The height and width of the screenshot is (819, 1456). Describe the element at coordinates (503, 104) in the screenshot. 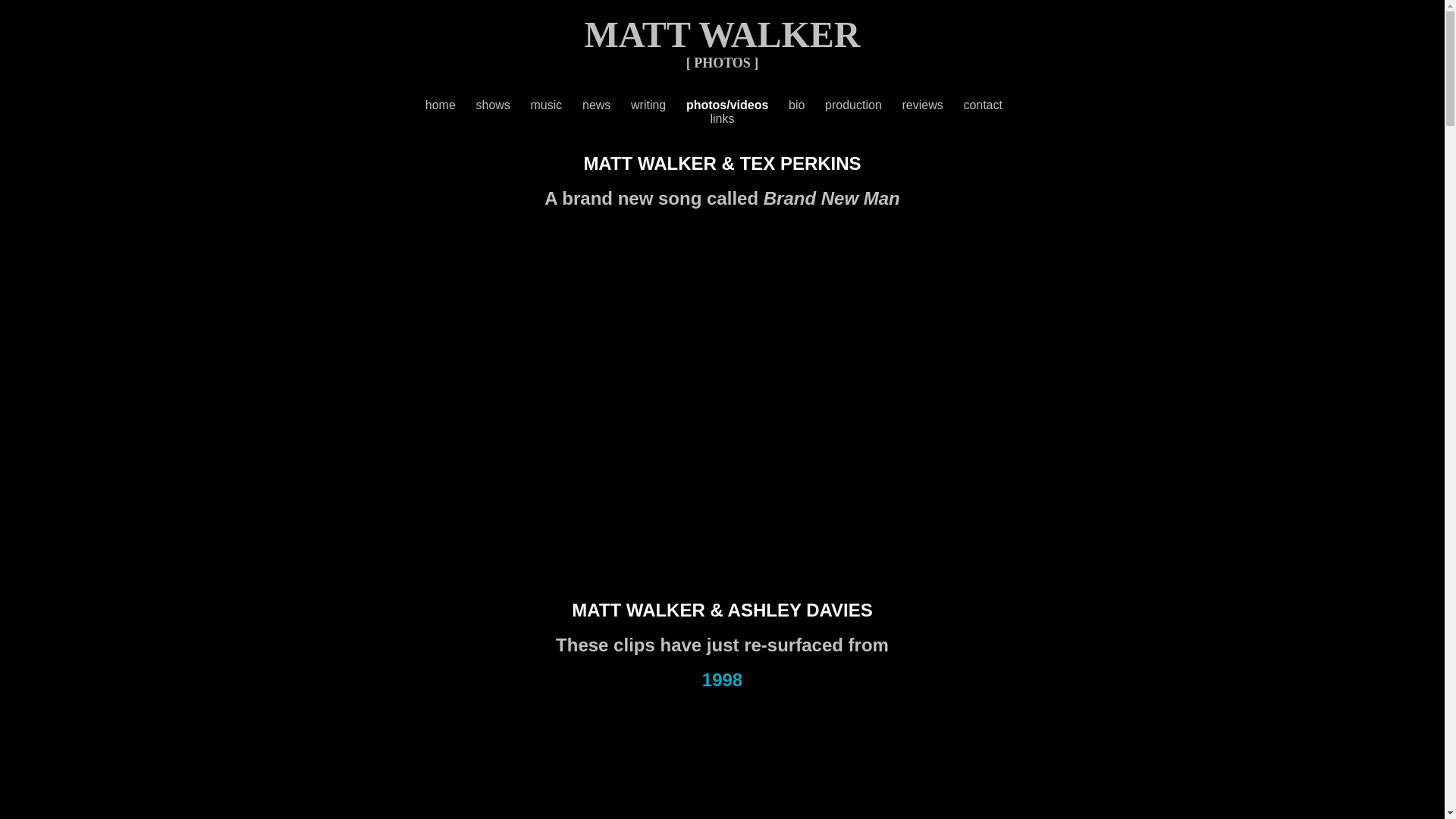

I see `'shows     '` at that location.